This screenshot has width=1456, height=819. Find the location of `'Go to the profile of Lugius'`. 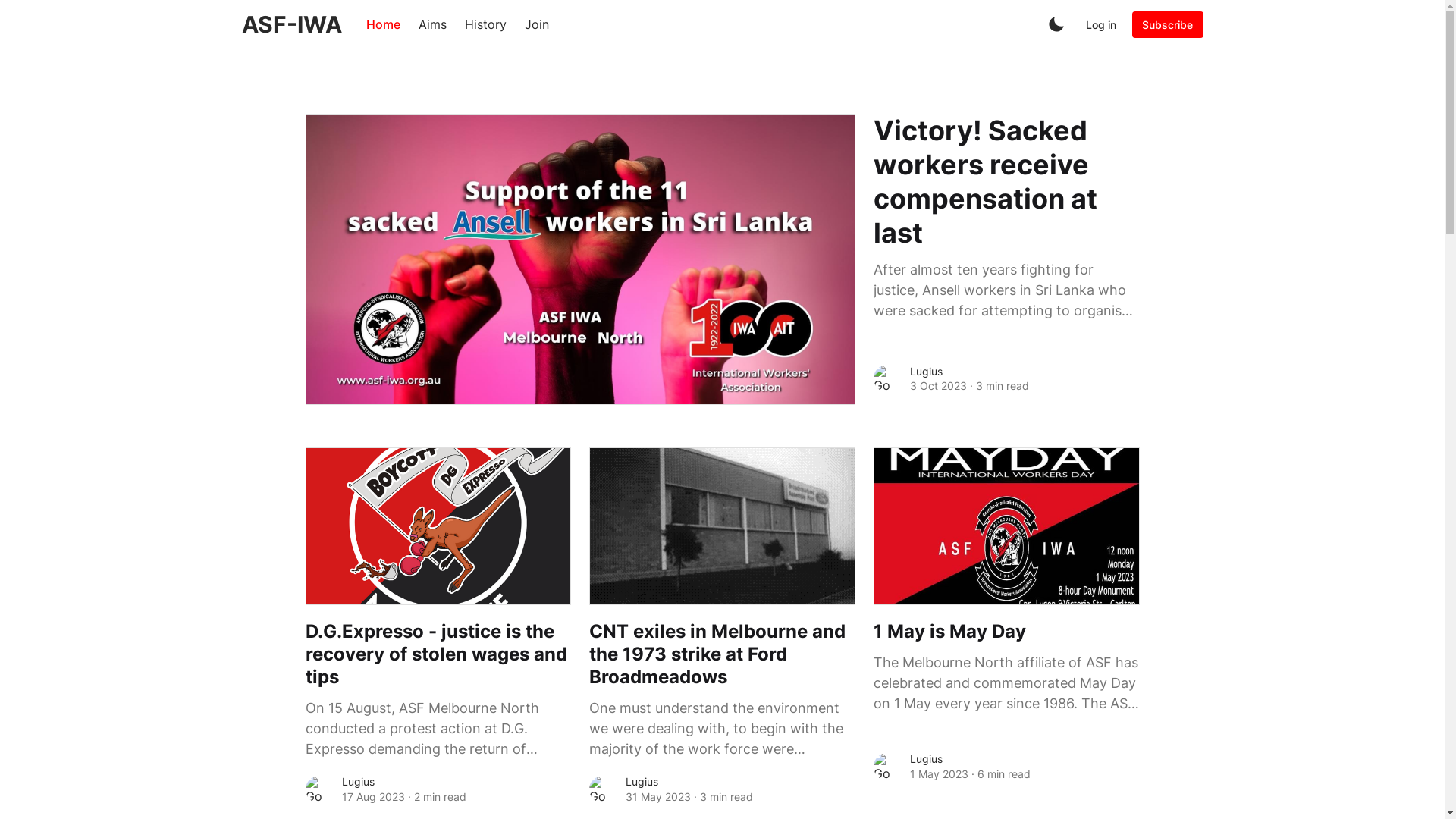

'Go to the profile of Lugius' is located at coordinates (887, 377).